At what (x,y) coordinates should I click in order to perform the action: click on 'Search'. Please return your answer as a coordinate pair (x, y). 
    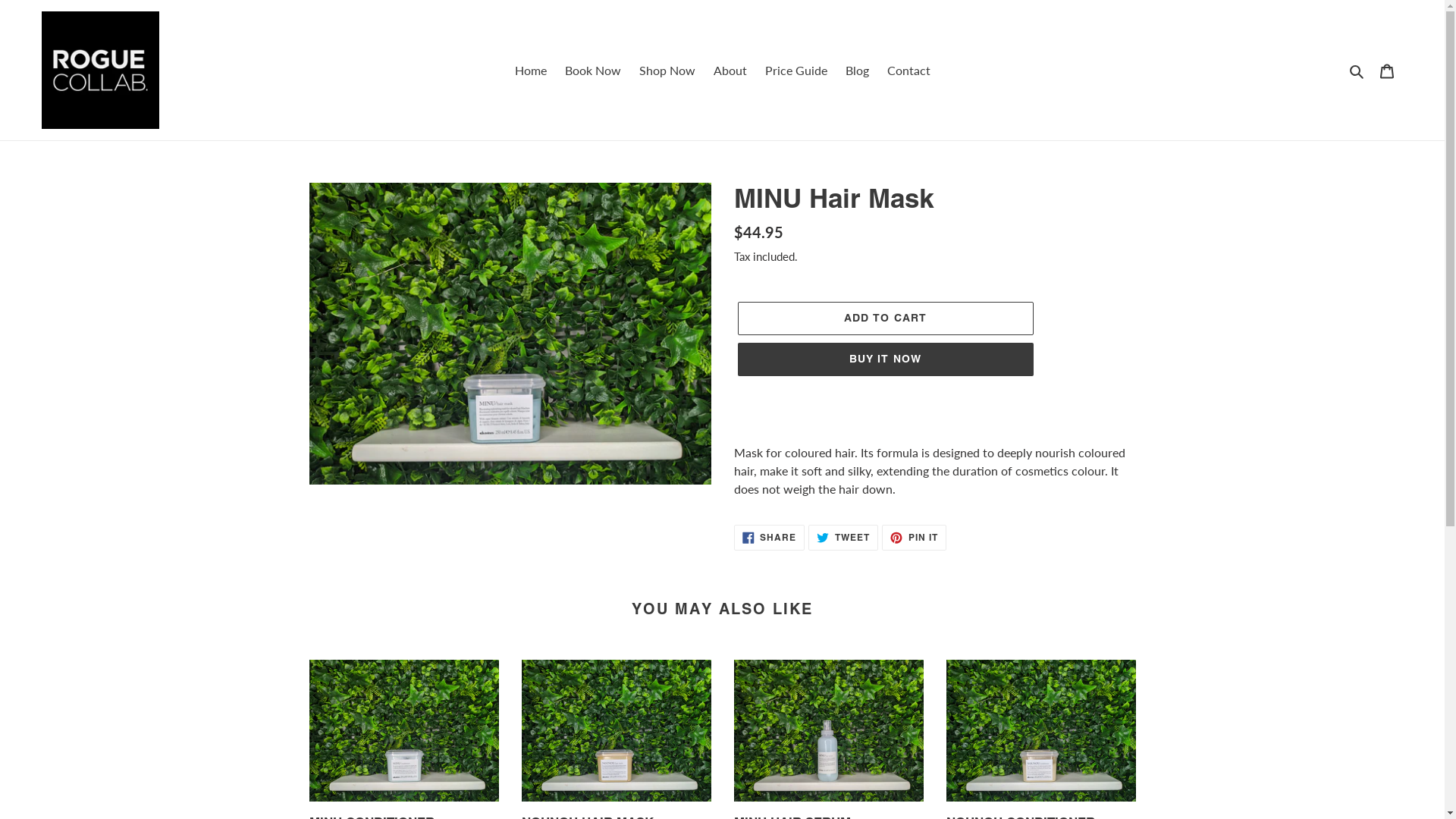
    Looking at the image, I should click on (1357, 70).